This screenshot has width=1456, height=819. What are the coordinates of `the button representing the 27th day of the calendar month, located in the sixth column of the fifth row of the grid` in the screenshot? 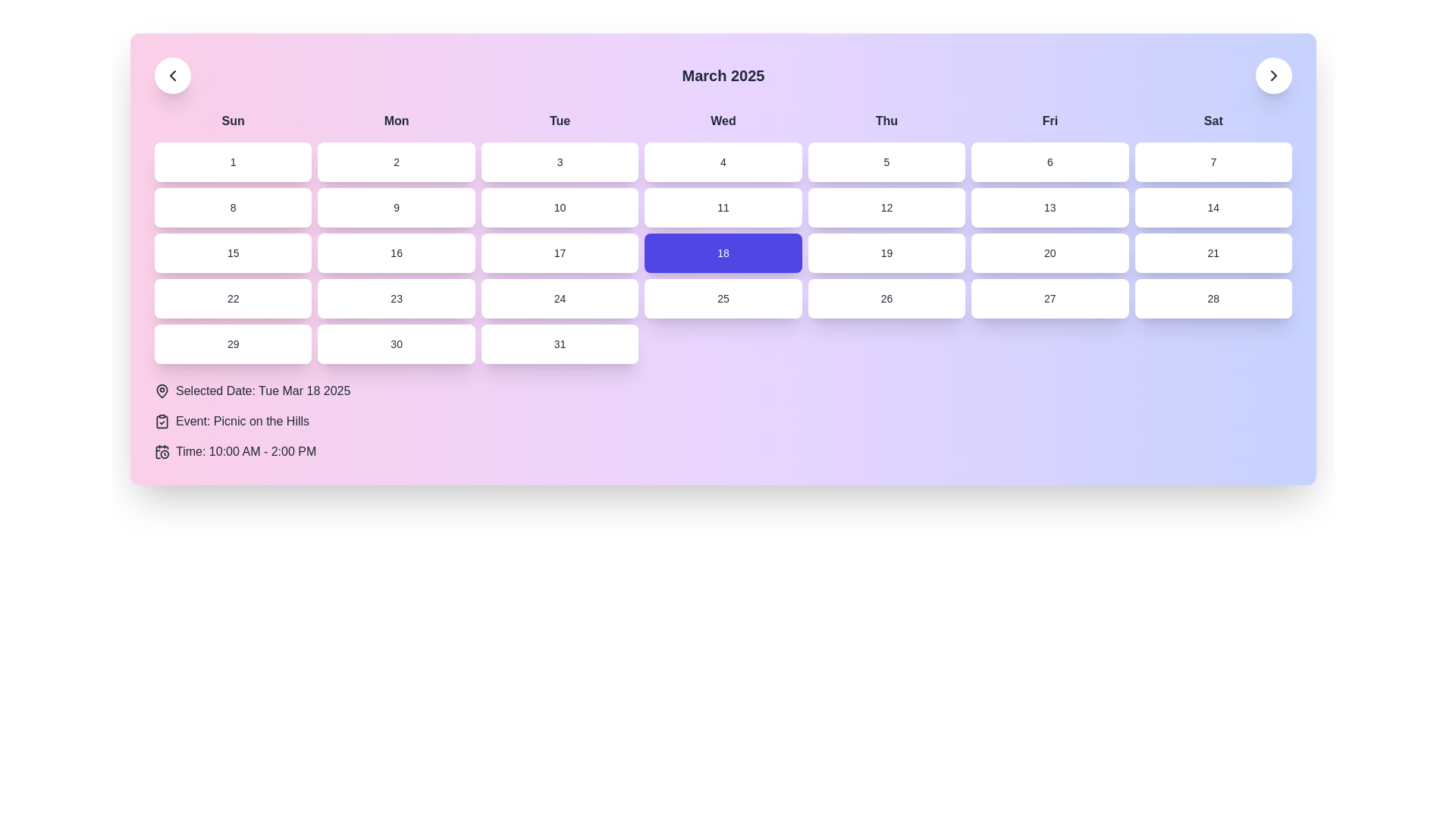 It's located at (1049, 298).